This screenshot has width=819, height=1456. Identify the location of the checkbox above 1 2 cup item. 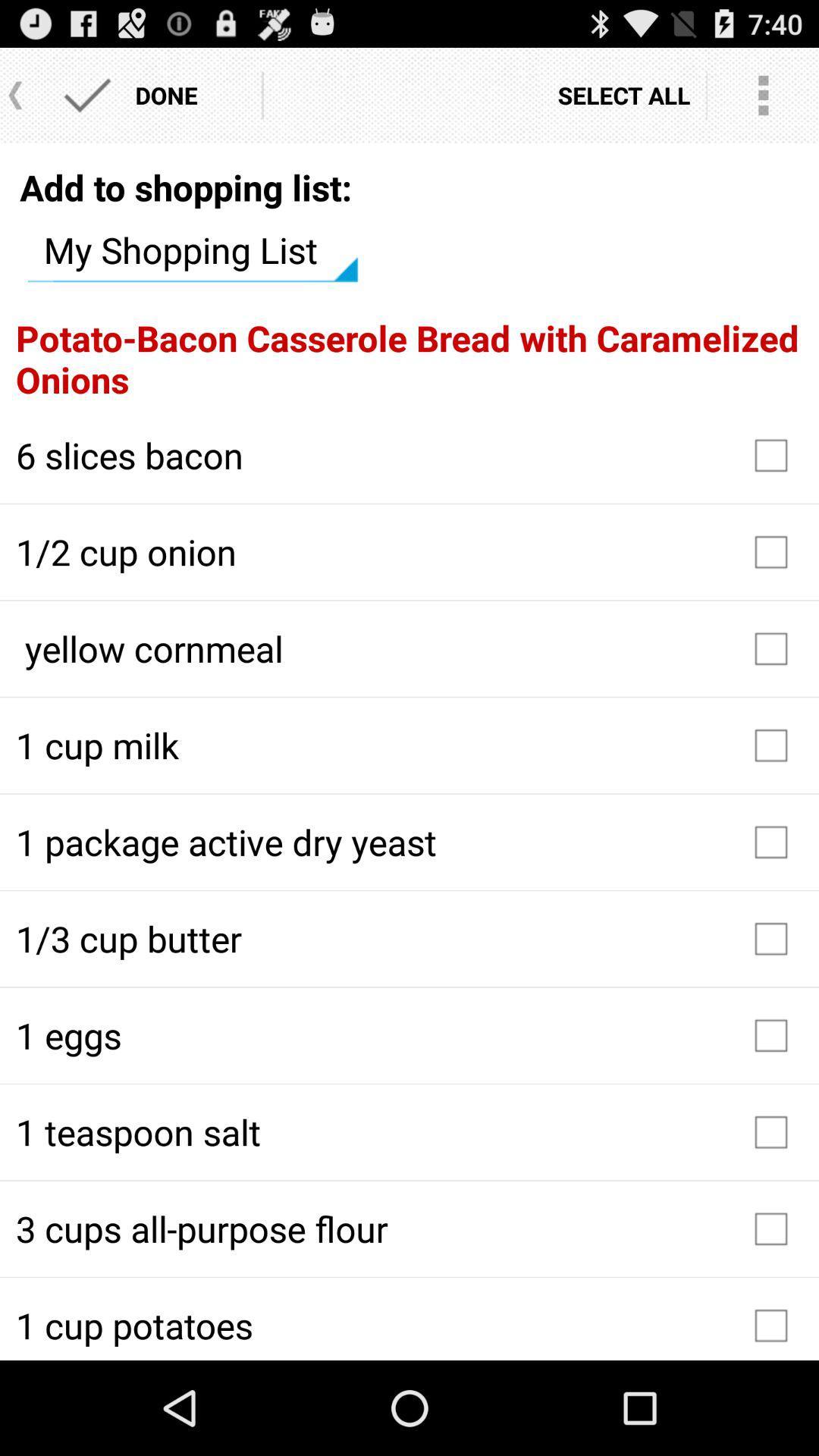
(409, 454).